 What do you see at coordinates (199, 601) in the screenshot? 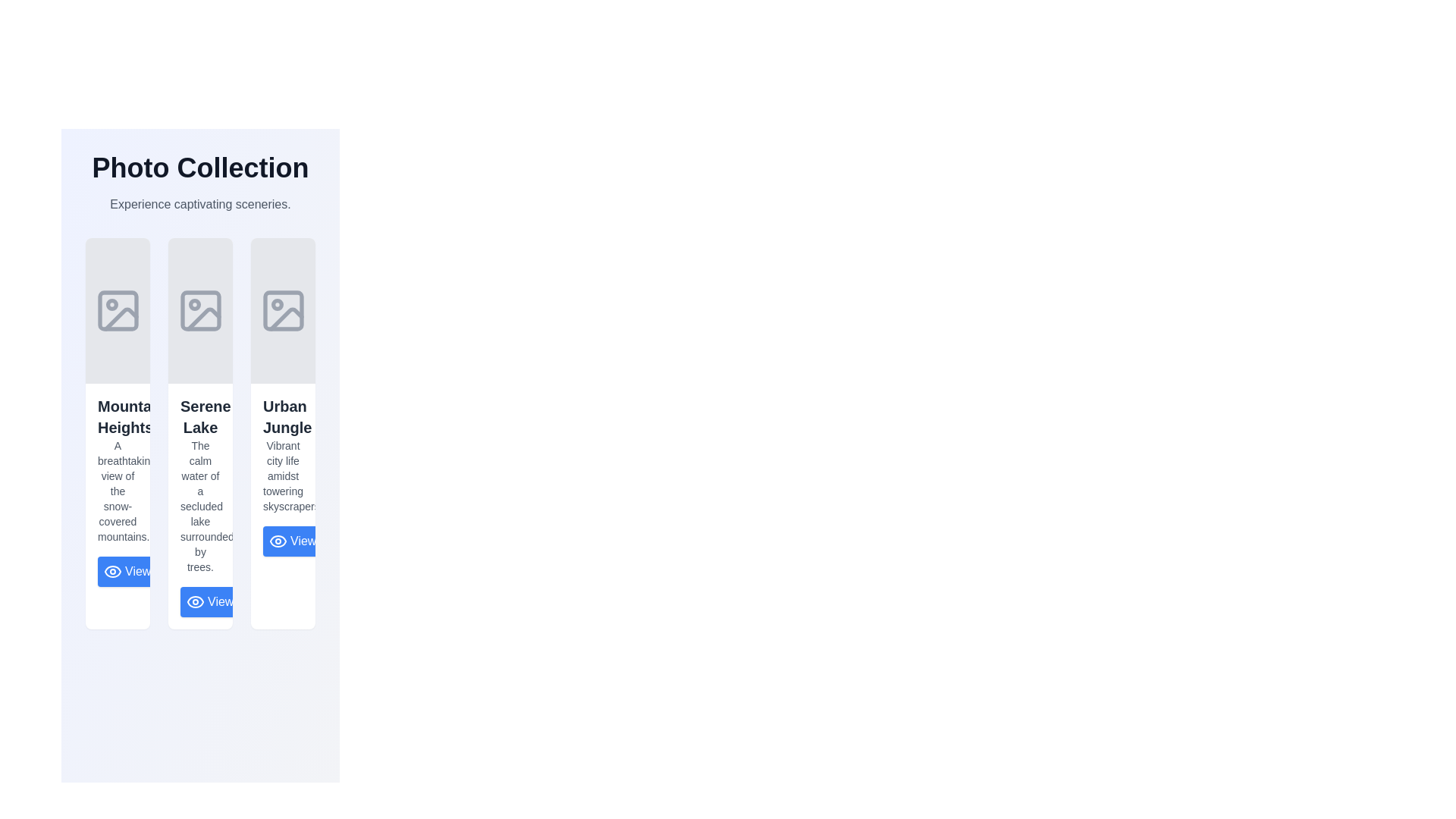
I see `the 'View' button with a blue background and white text, located at the lower section of the 'Serene Lake' card to change its background color` at bounding box center [199, 601].